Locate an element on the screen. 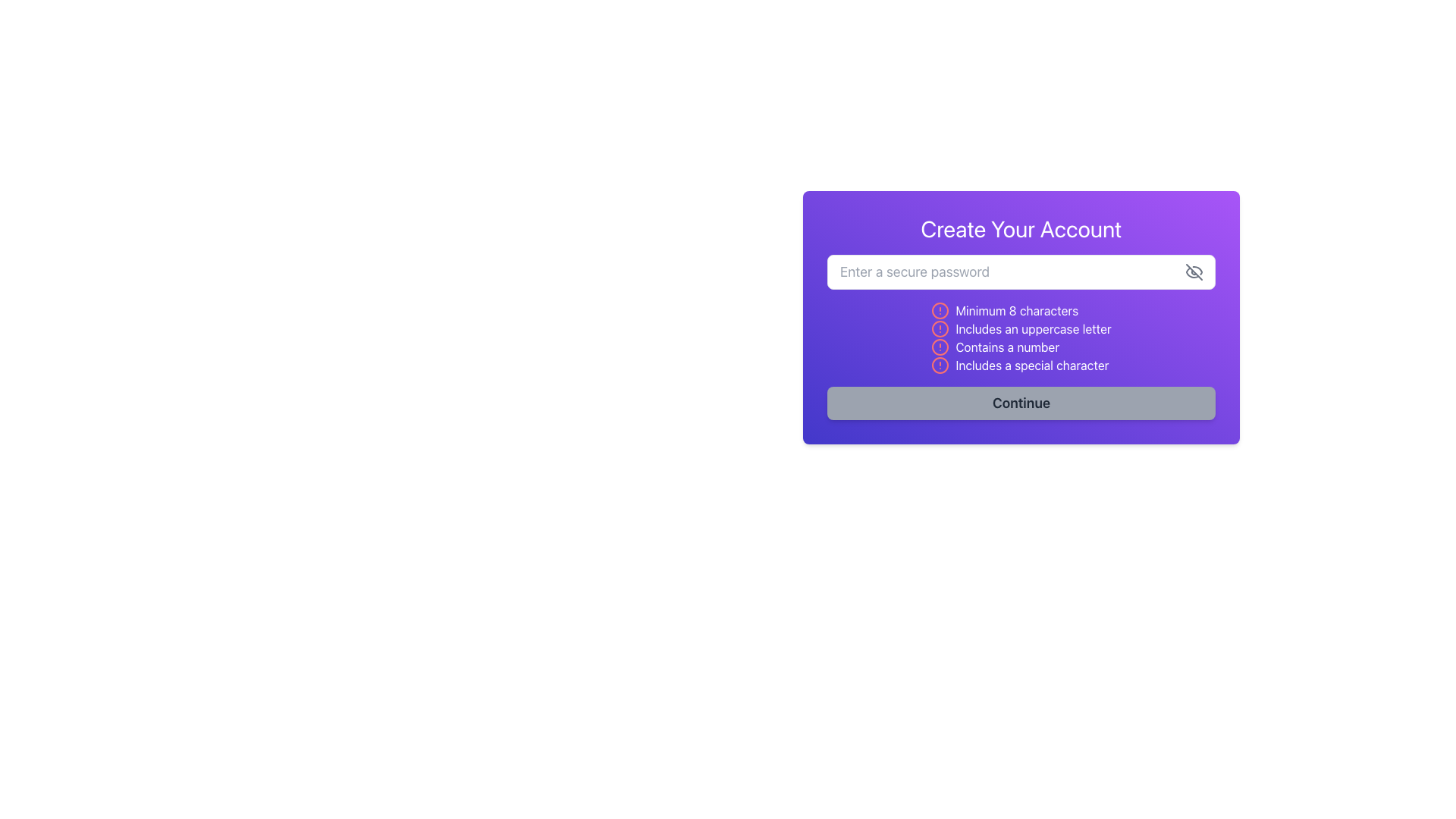 This screenshot has width=1456, height=819. the static text label indicating that the password must include an uppercase letter, located below 'Minimum 8 characters' and above 'Contains a number' is located at coordinates (1033, 328).